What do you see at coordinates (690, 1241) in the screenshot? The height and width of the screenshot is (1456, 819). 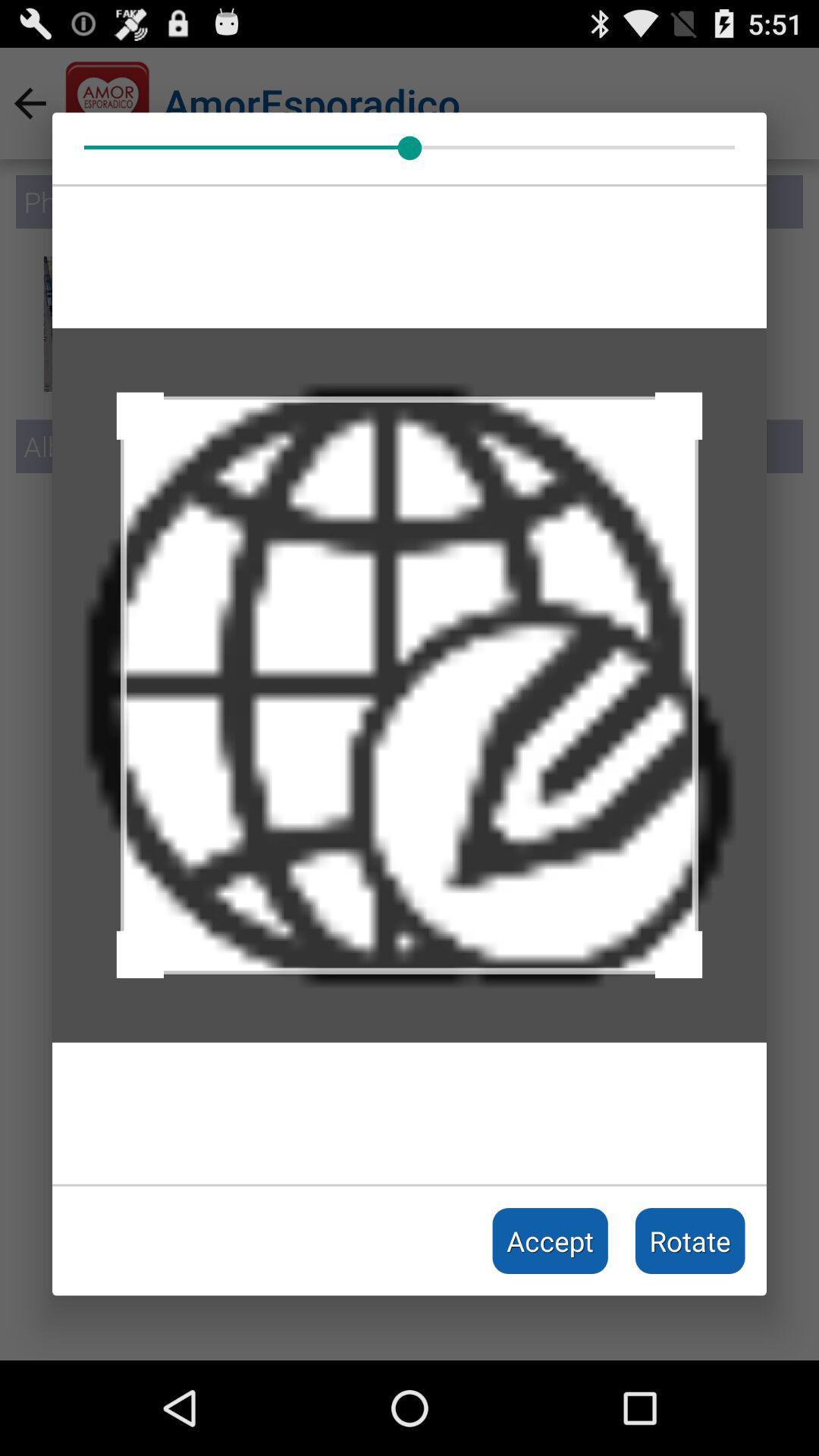 I see `the item next to accept item` at bounding box center [690, 1241].